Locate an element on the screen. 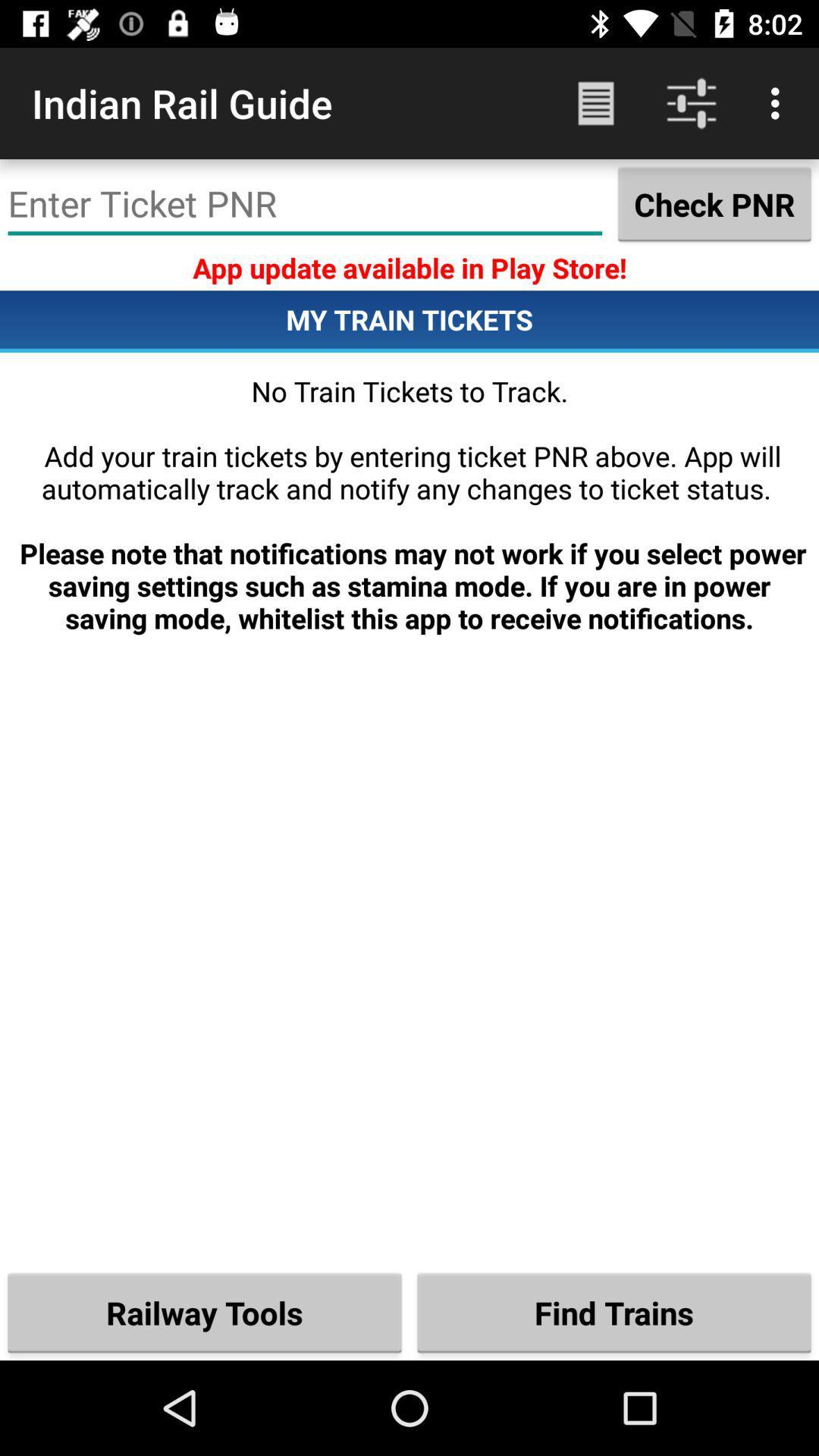  item above the check pnr item is located at coordinates (779, 102).